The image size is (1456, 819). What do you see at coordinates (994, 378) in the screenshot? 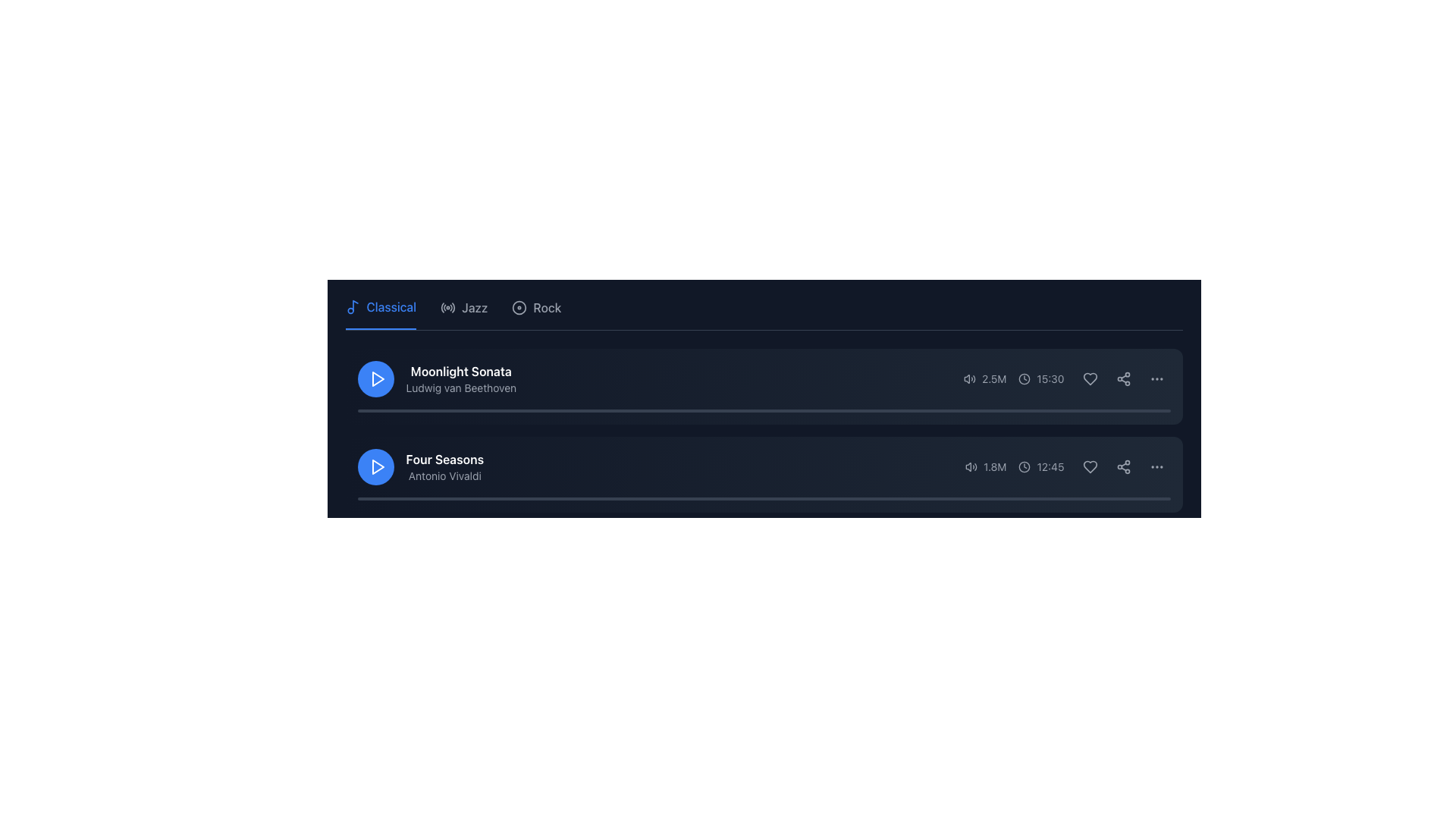
I see `the text display showing the number of listens for the track 'Moonlight Sonata', located to the right of the volume icon` at bounding box center [994, 378].